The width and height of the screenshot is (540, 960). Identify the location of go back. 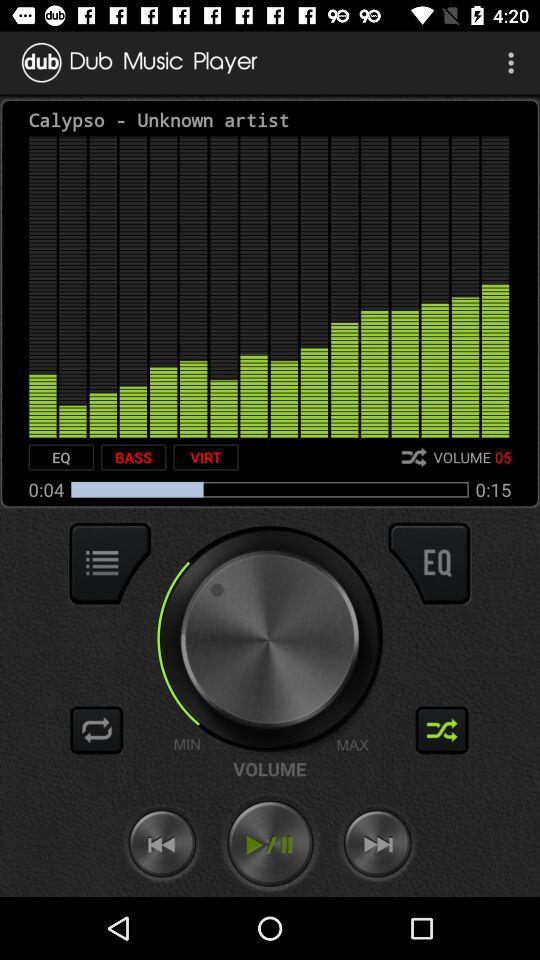
(161, 843).